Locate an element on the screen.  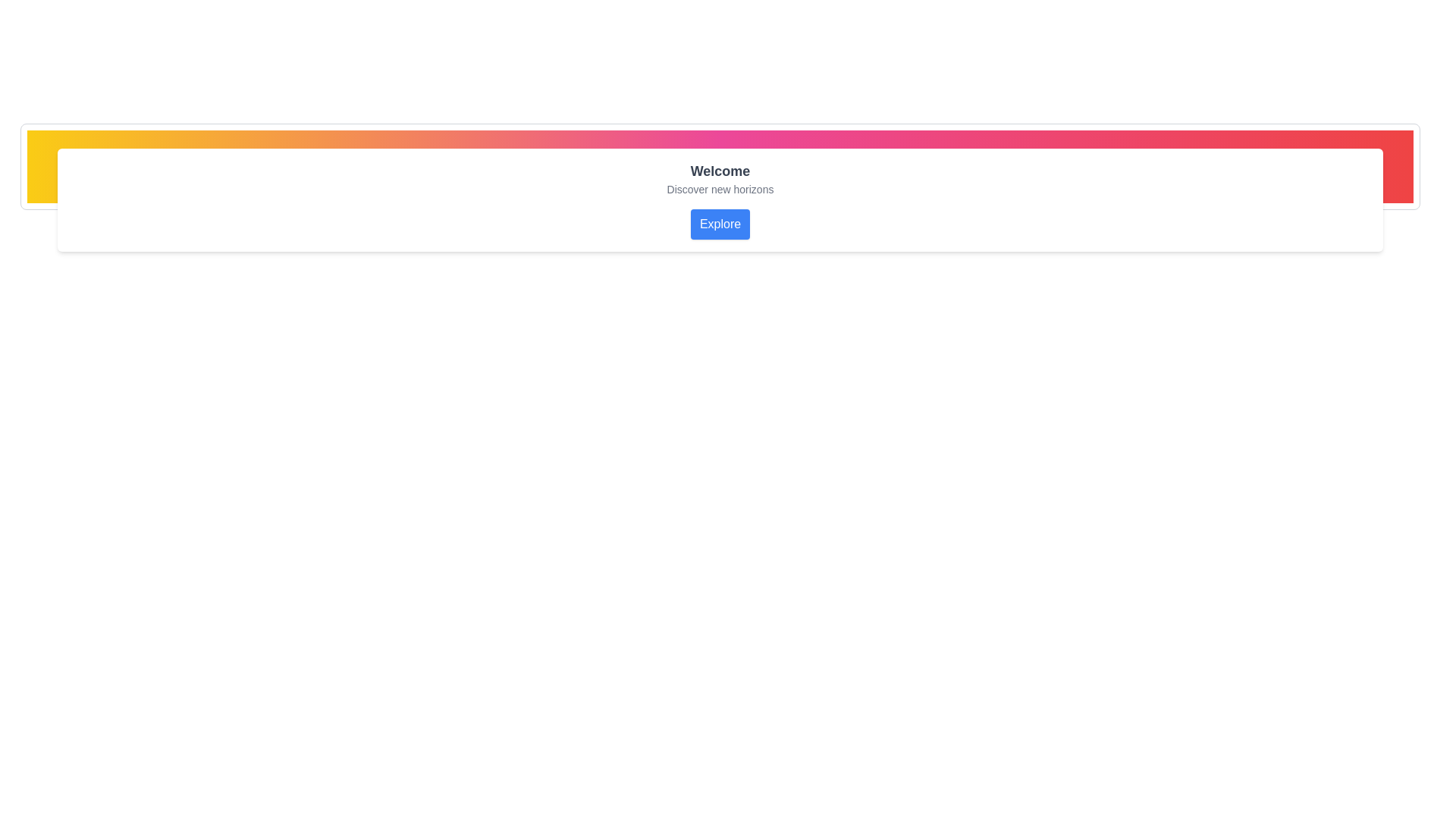
the static text component displaying the phrase 'Discover new horizons', which is styled in a smaller grayish font and positioned centrally beneath the 'Welcome' text and above the 'Explore' button is located at coordinates (720, 189).